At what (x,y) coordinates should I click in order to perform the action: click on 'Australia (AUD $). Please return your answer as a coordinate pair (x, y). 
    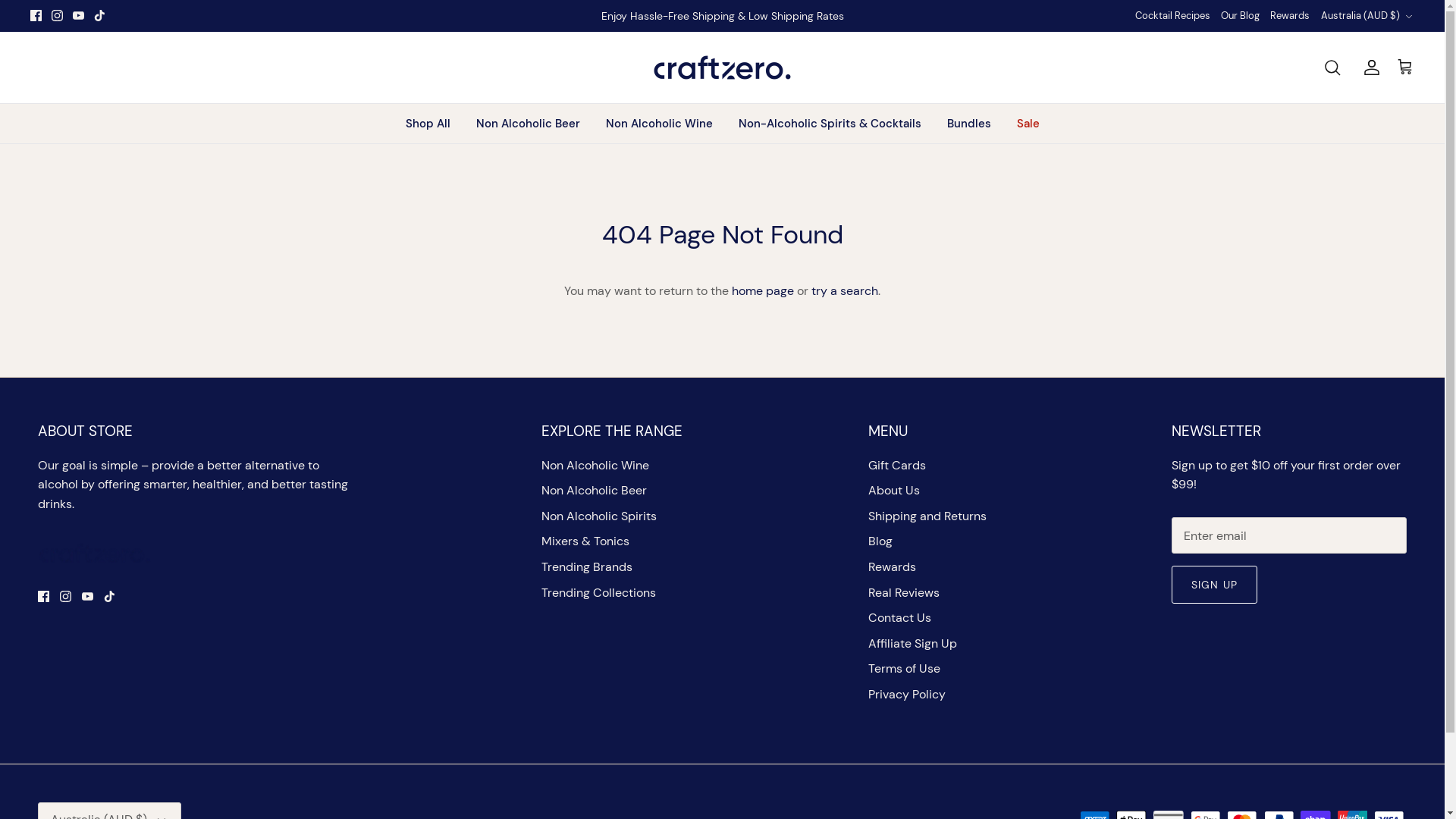
    Looking at the image, I should click on (1367, 15).